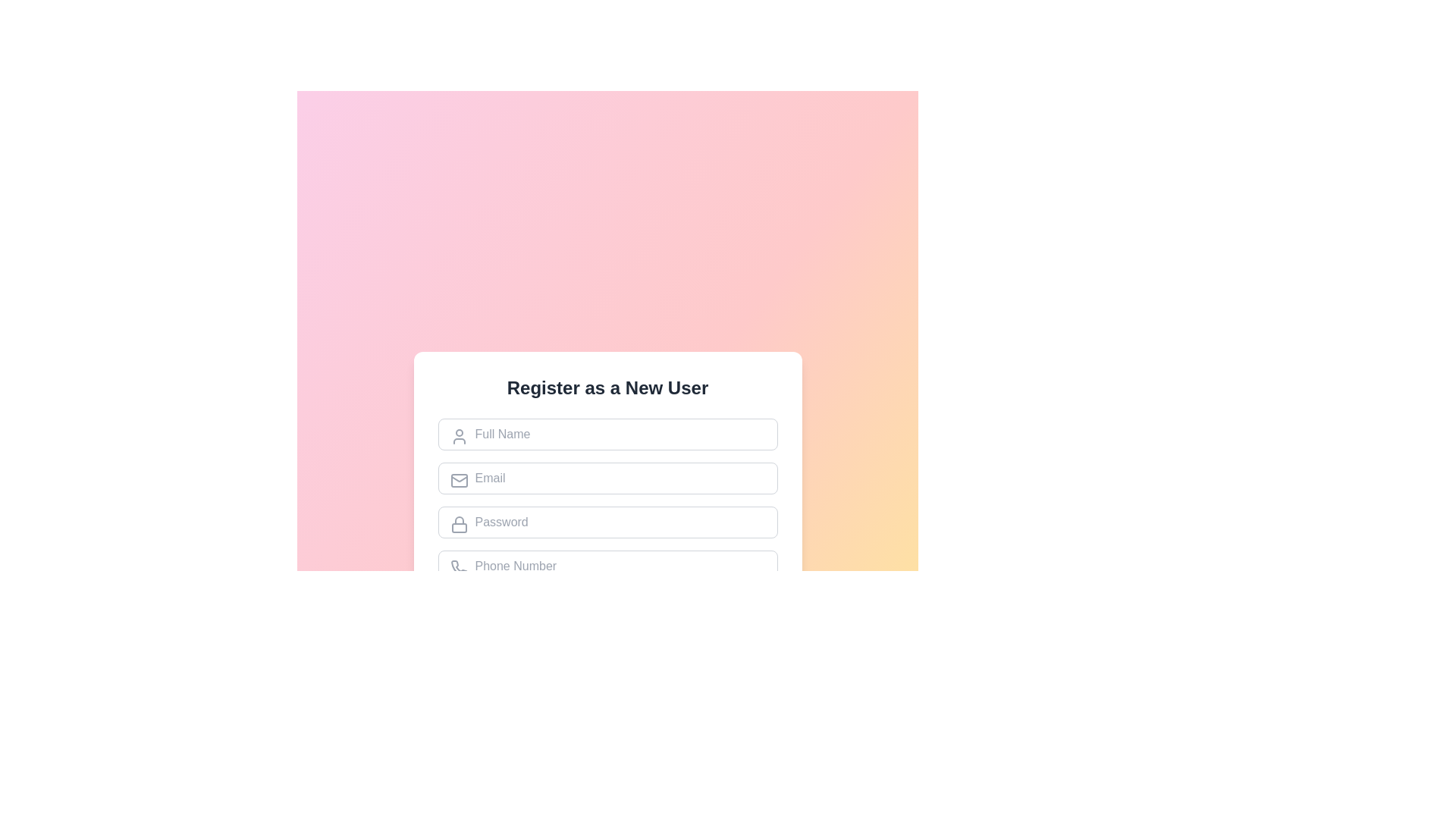 Image resolution: width=1456 pixels, height=819 pixels. What do you see at coordinates (458, 568) in the screenshot?
I see `the phone icon, which is a decorative and informative element resembling a handset, located to the left of the 'Phone Number' text input field in the registration form` at bounding box center [458, 568].